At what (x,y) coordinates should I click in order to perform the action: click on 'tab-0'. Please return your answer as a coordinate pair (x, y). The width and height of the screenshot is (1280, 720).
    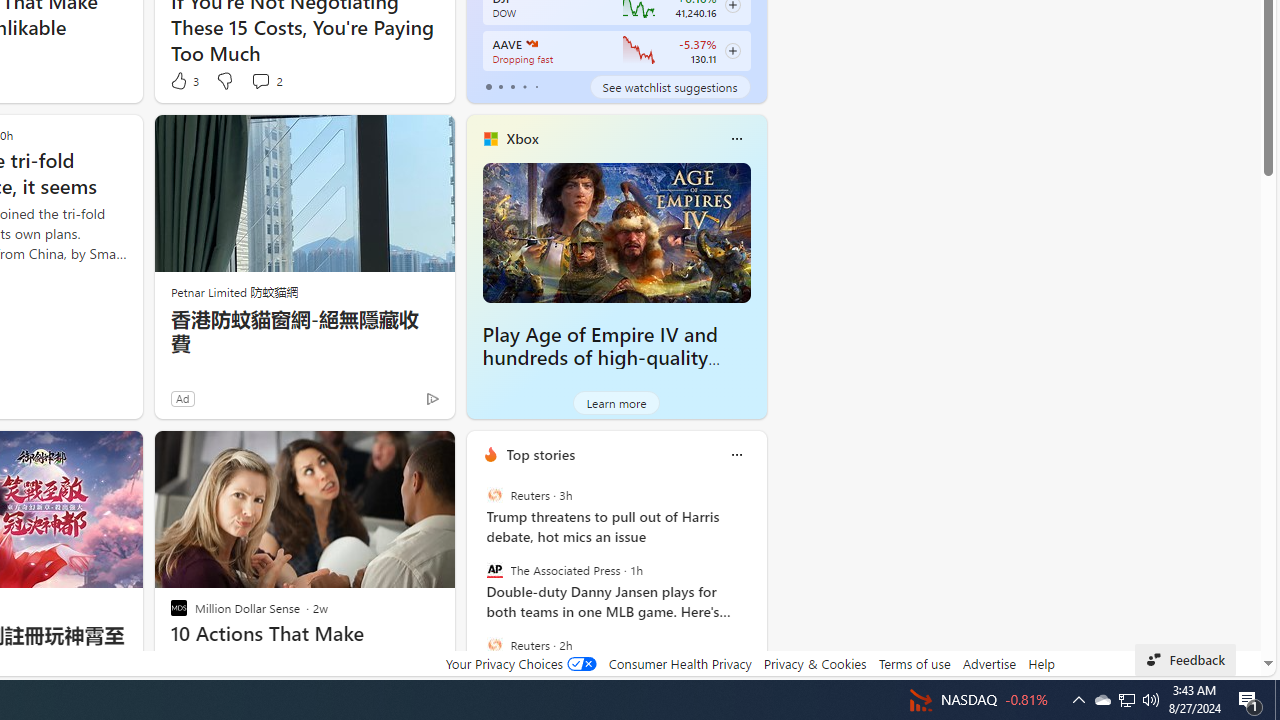
    Looking at the image, I should click on (488, 86).